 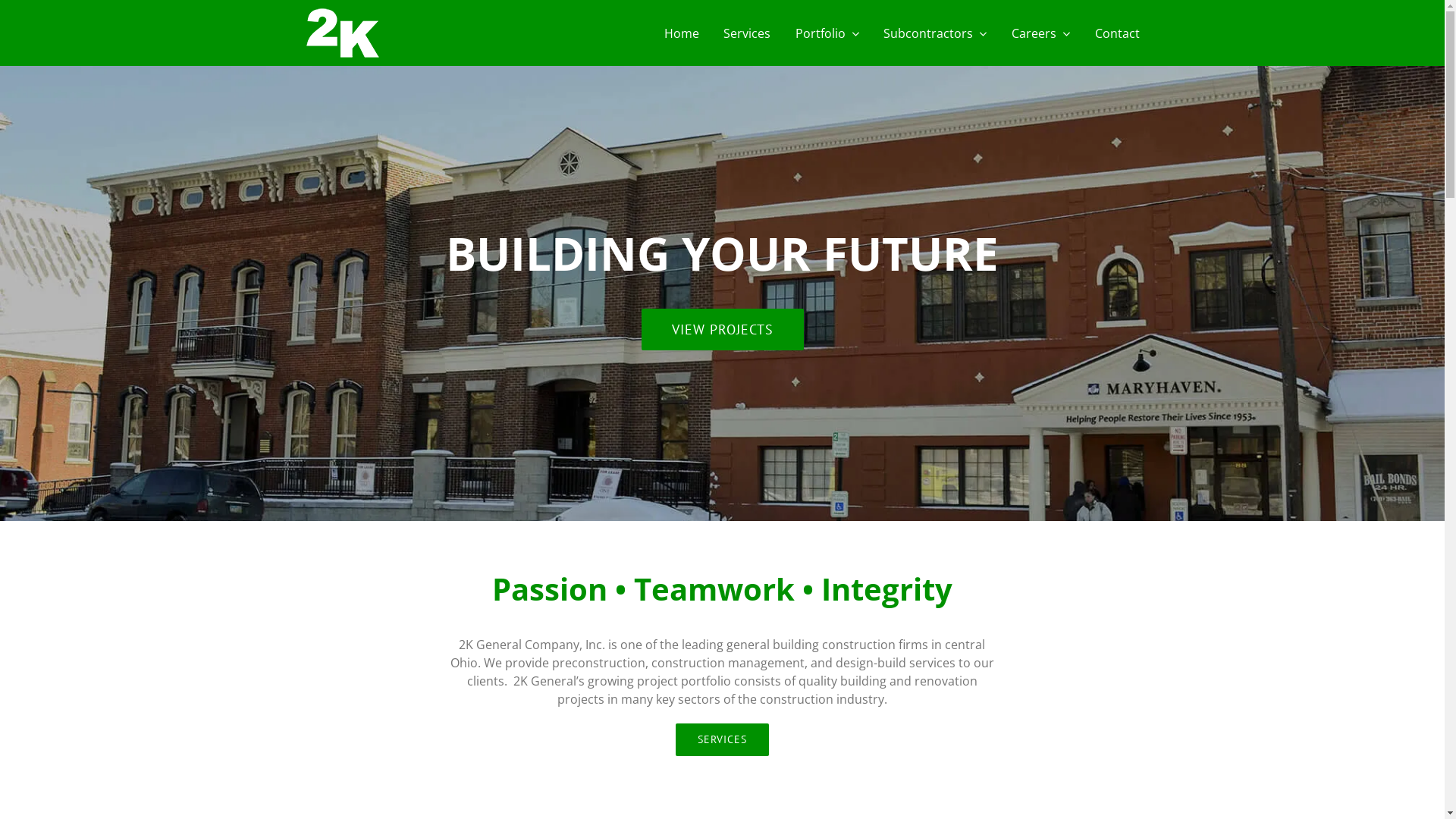 I want to click on 'SERVICES', so click(x=675, y=739).